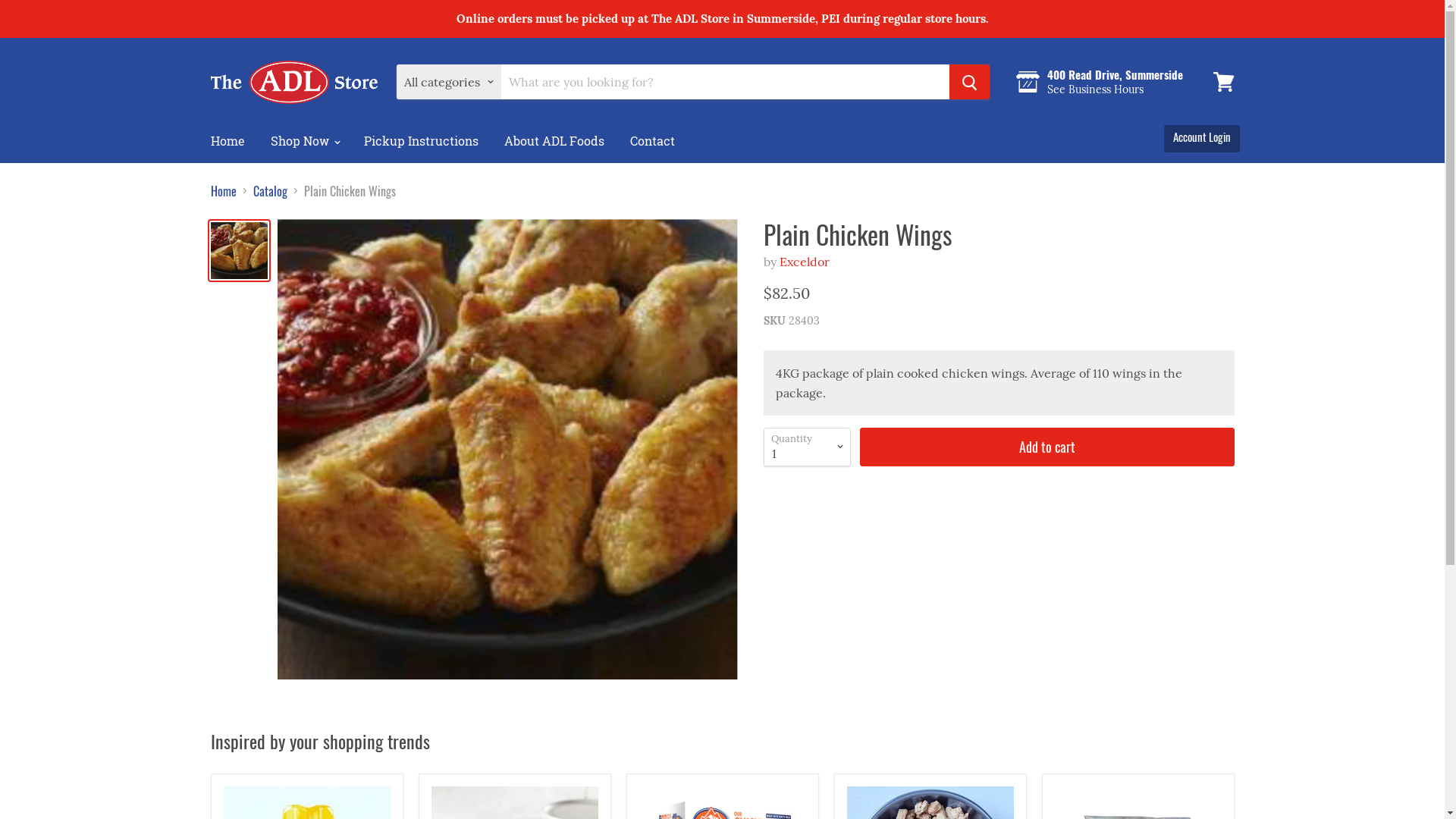  What do you see at coordinates (1223, 82) in the screenshot?
I see `'View cart'` at bounding box center [1223, 82].